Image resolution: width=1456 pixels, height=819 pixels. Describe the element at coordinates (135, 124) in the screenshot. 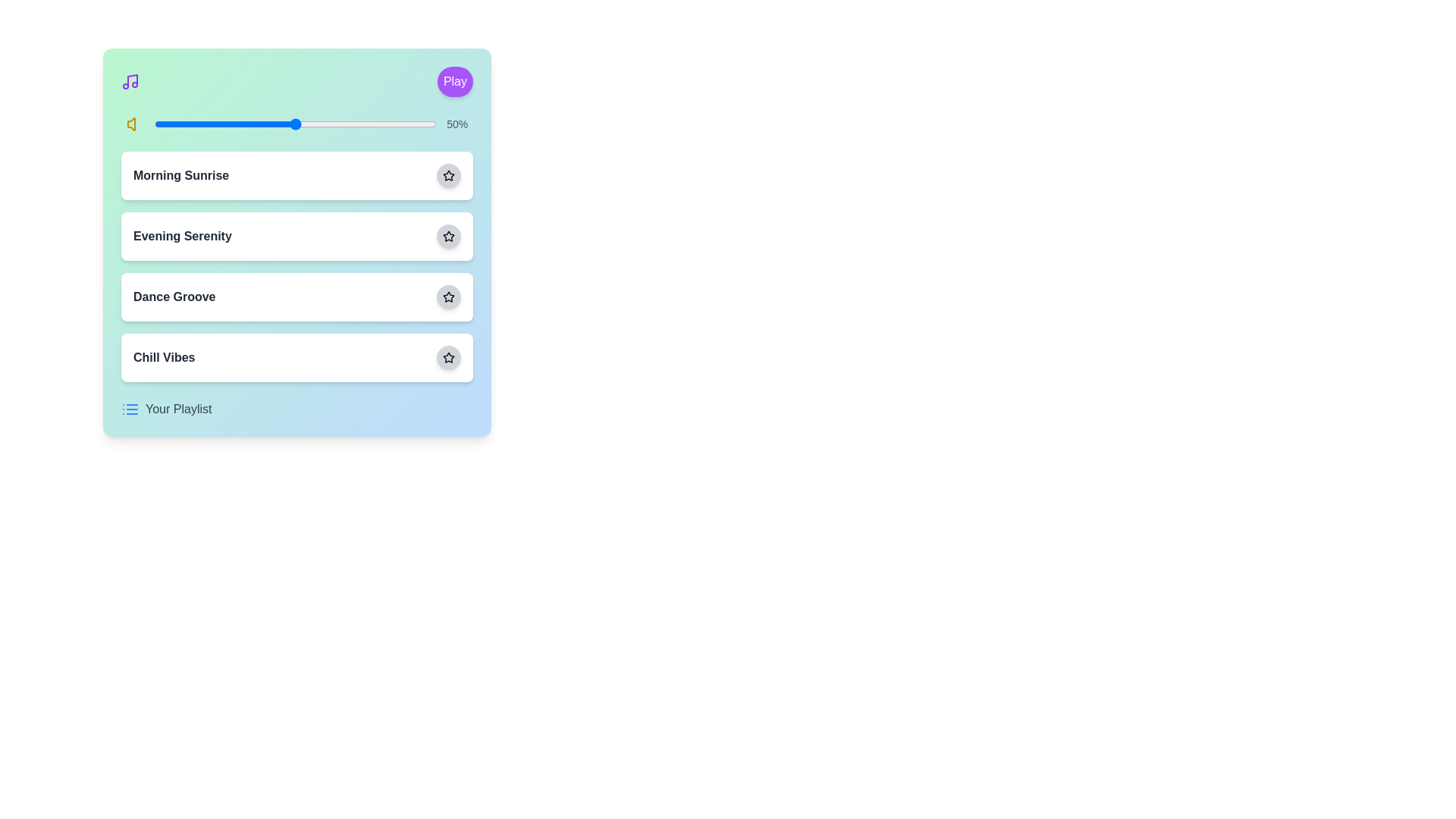

I see `the yellow speaker icon with sound lines, positioned to the left of the horizontal slider and the text '50%'` at that location.